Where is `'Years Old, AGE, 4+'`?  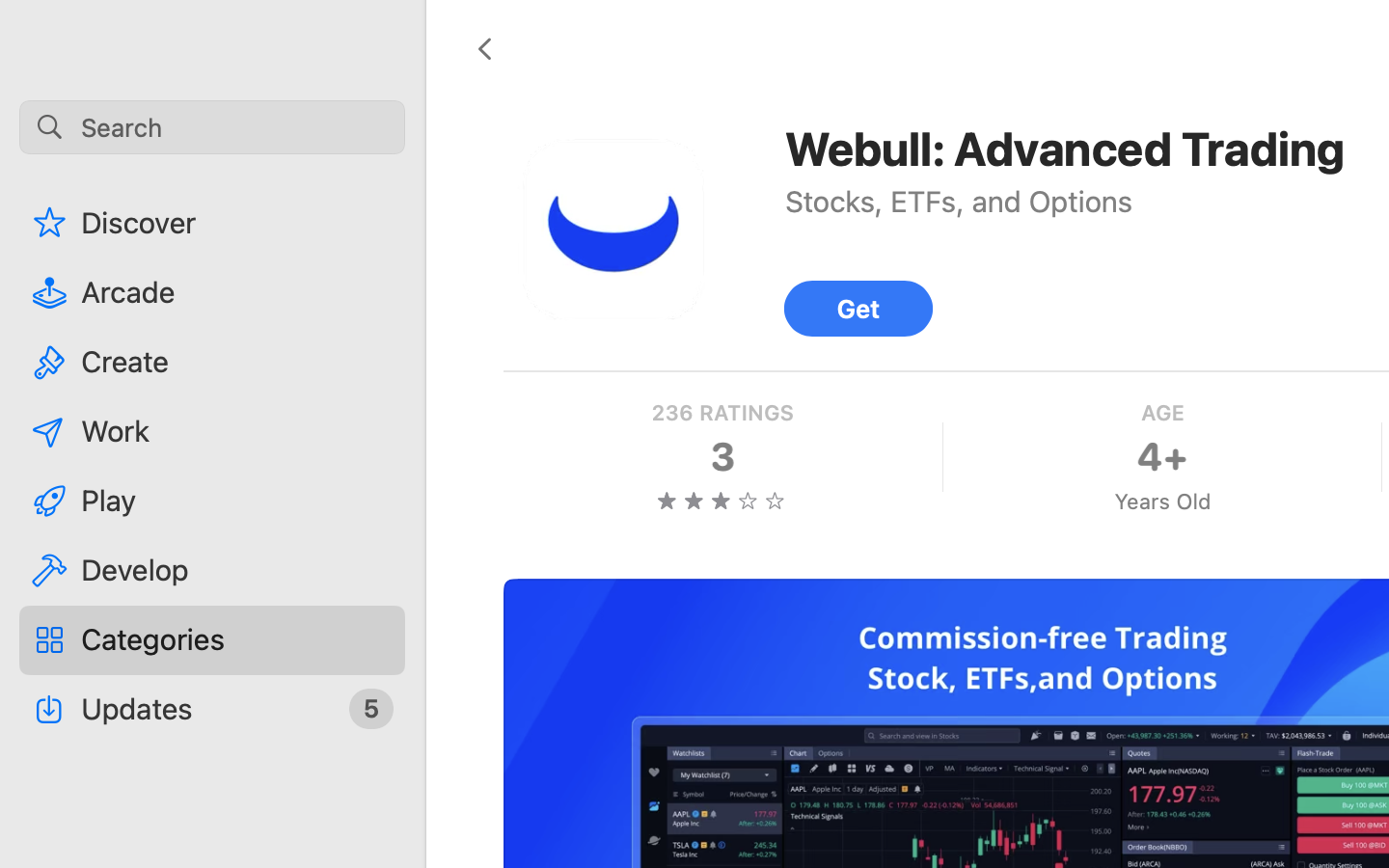 'Years Old, AGE, 4+' is located at coordinates (1160, 456).